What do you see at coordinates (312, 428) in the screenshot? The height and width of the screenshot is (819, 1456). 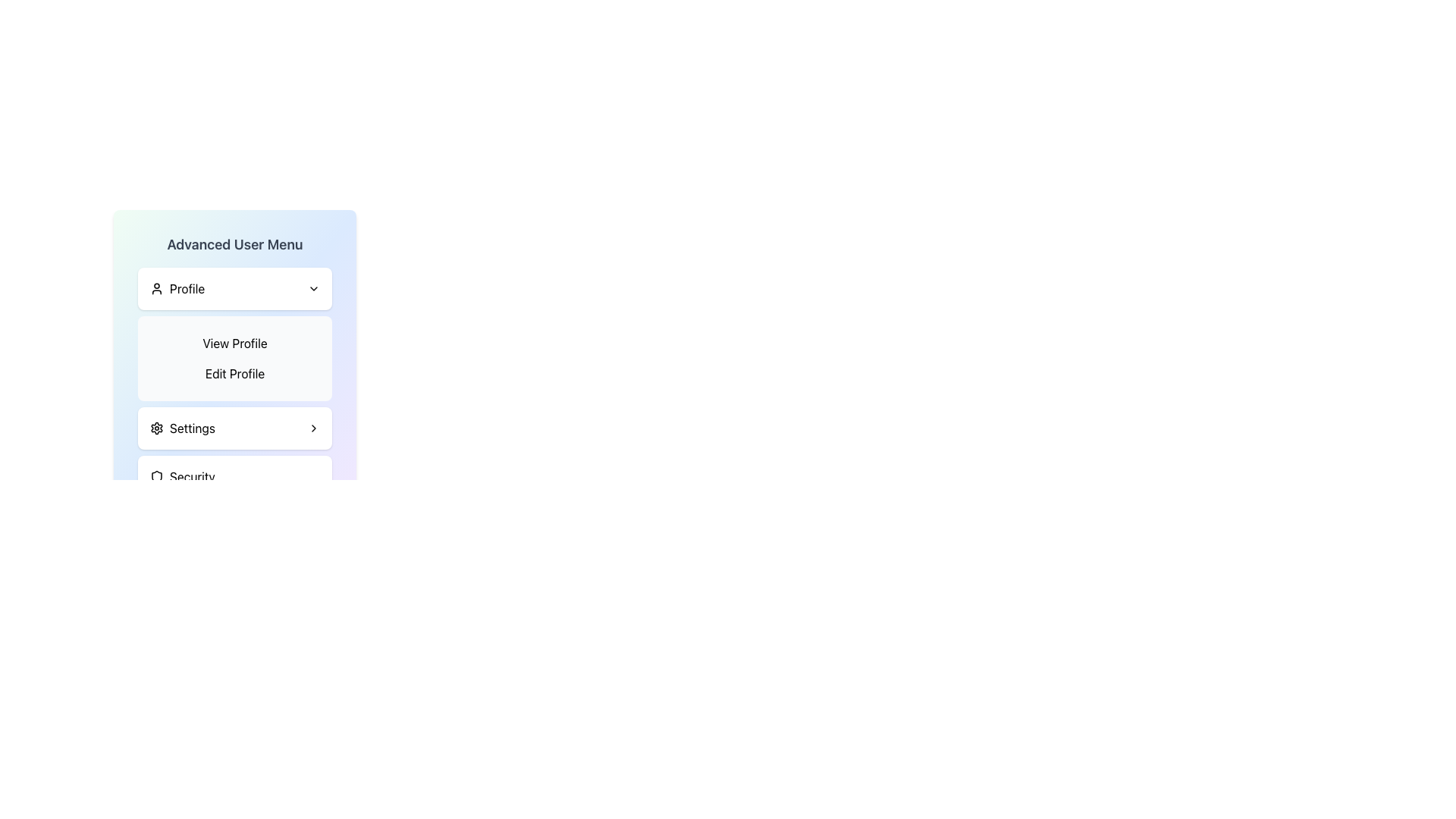 I see `the interactive icon located at the far right edge of the 'Settings' card, which serves as an indicator for expanding or navigating to another page related to 'Settings'` at bounding box center [312, 428].